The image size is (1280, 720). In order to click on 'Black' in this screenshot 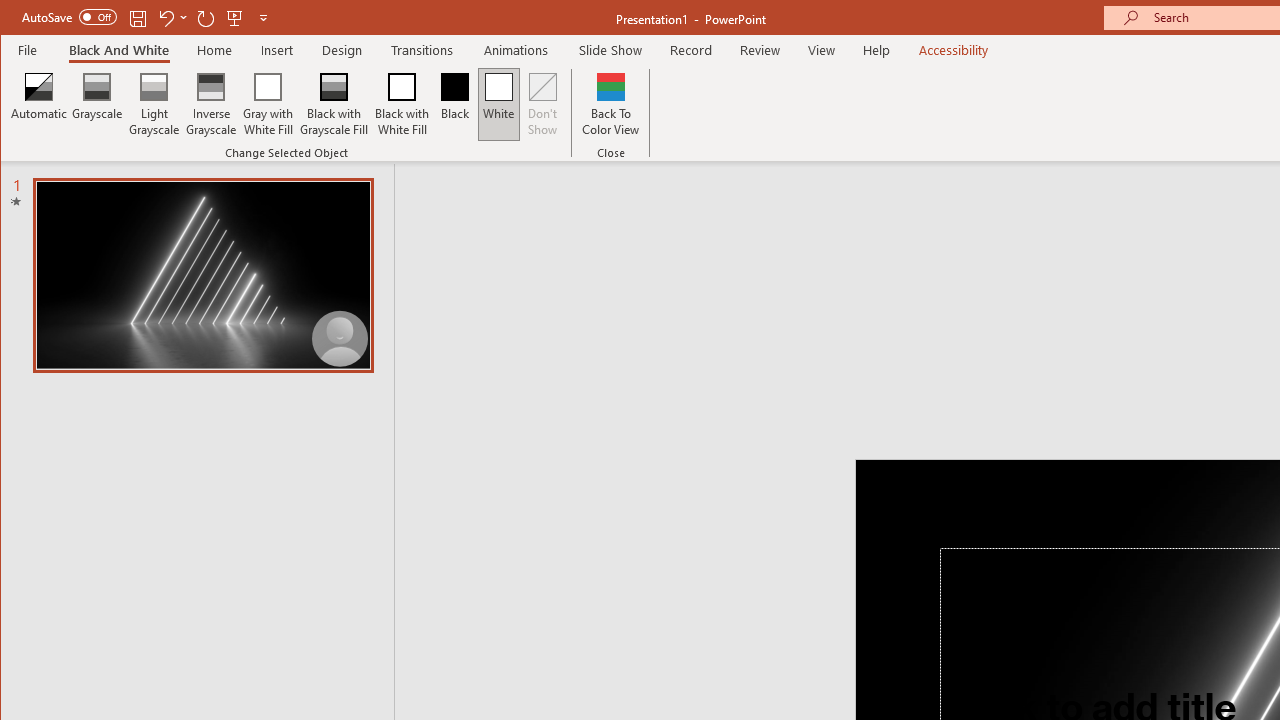, I will do `click(454, 104)`.